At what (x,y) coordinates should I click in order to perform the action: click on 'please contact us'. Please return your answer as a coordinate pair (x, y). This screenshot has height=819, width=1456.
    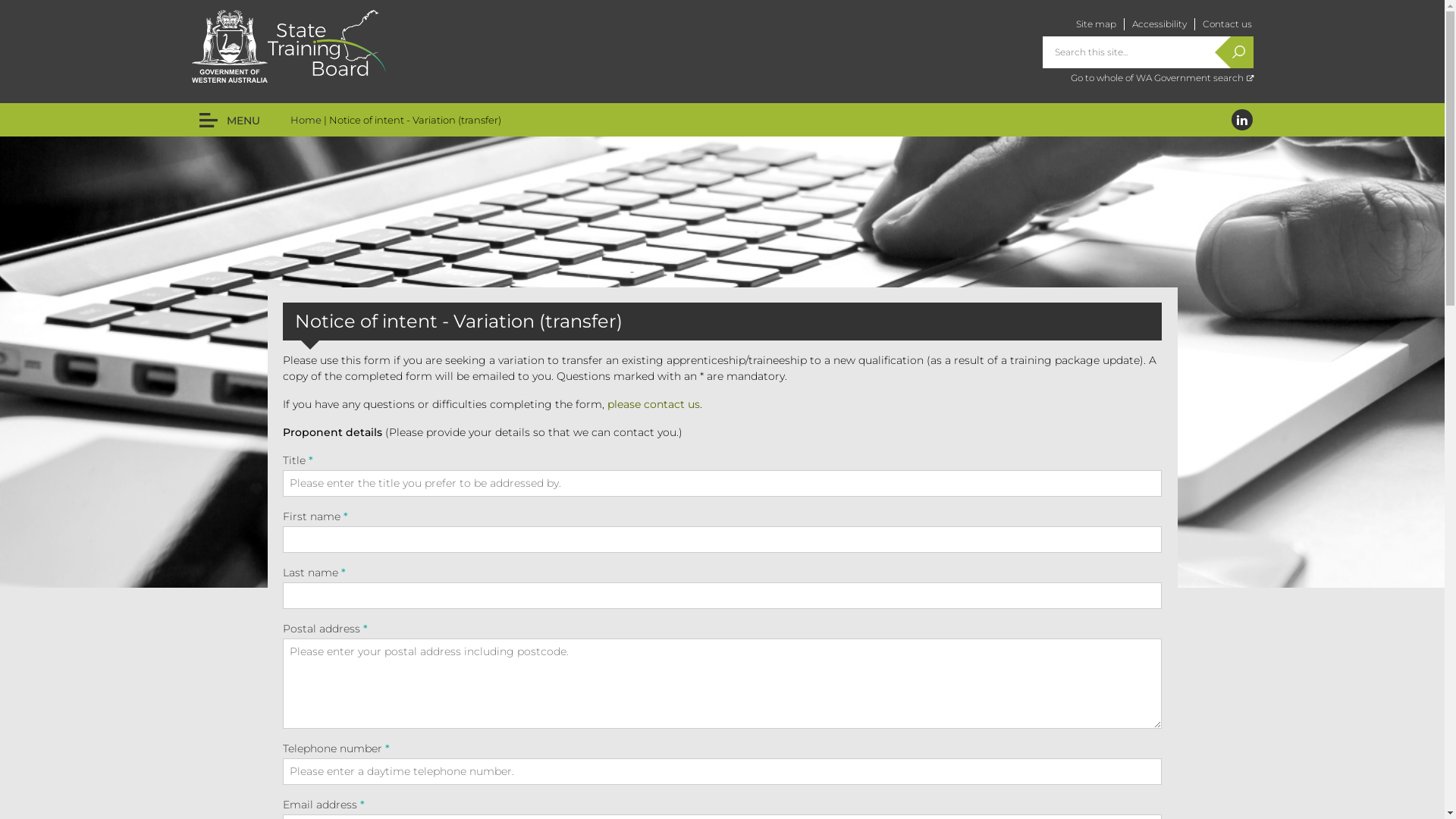
    Looking at the image, I should click on (652, 403).